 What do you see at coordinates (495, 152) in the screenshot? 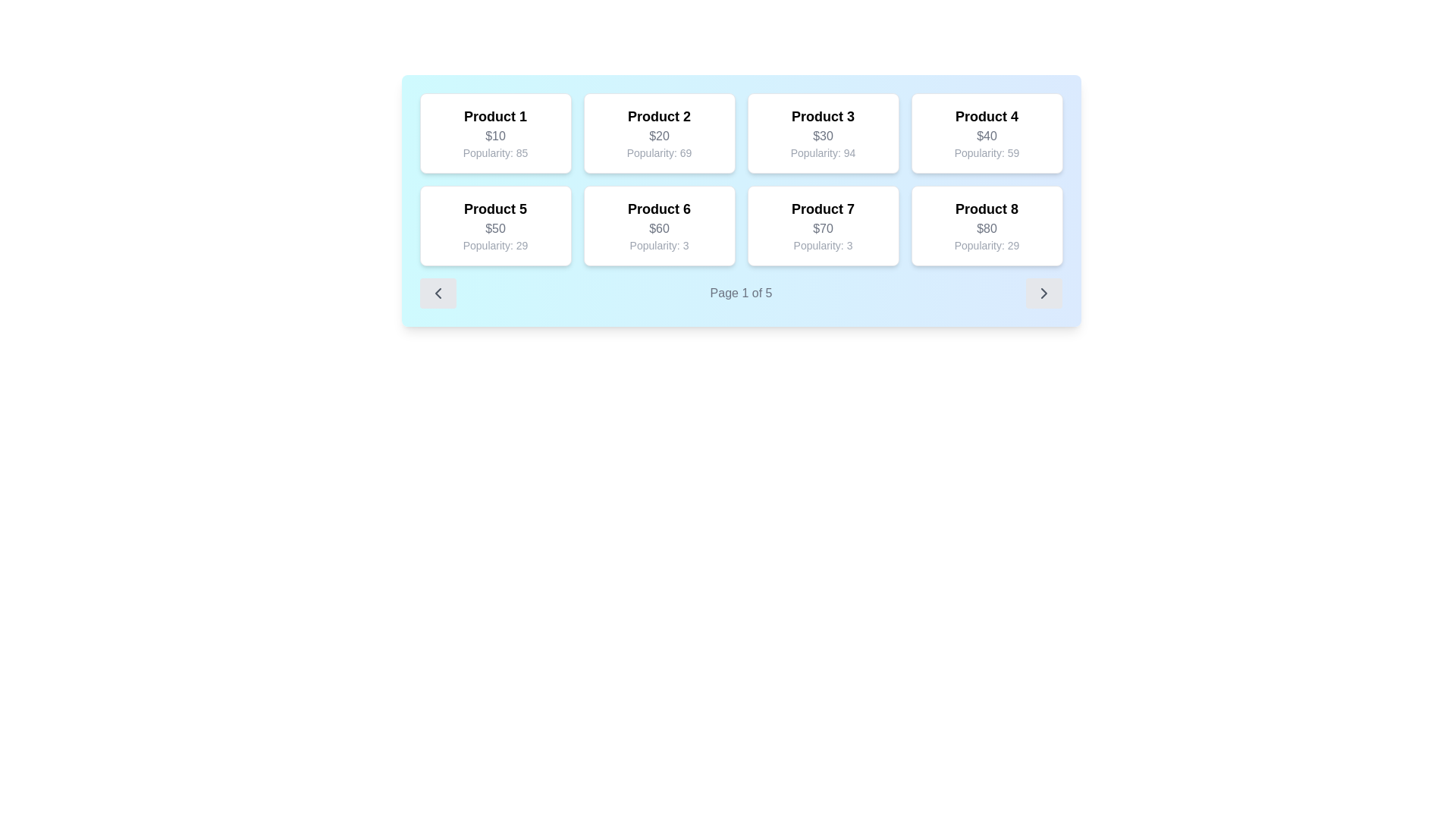
I see `the text displaying 'Popularity: 85', which is styled in a smaller, gray font and located under 'Product 1' and its price` at bounding box center [495, 152].